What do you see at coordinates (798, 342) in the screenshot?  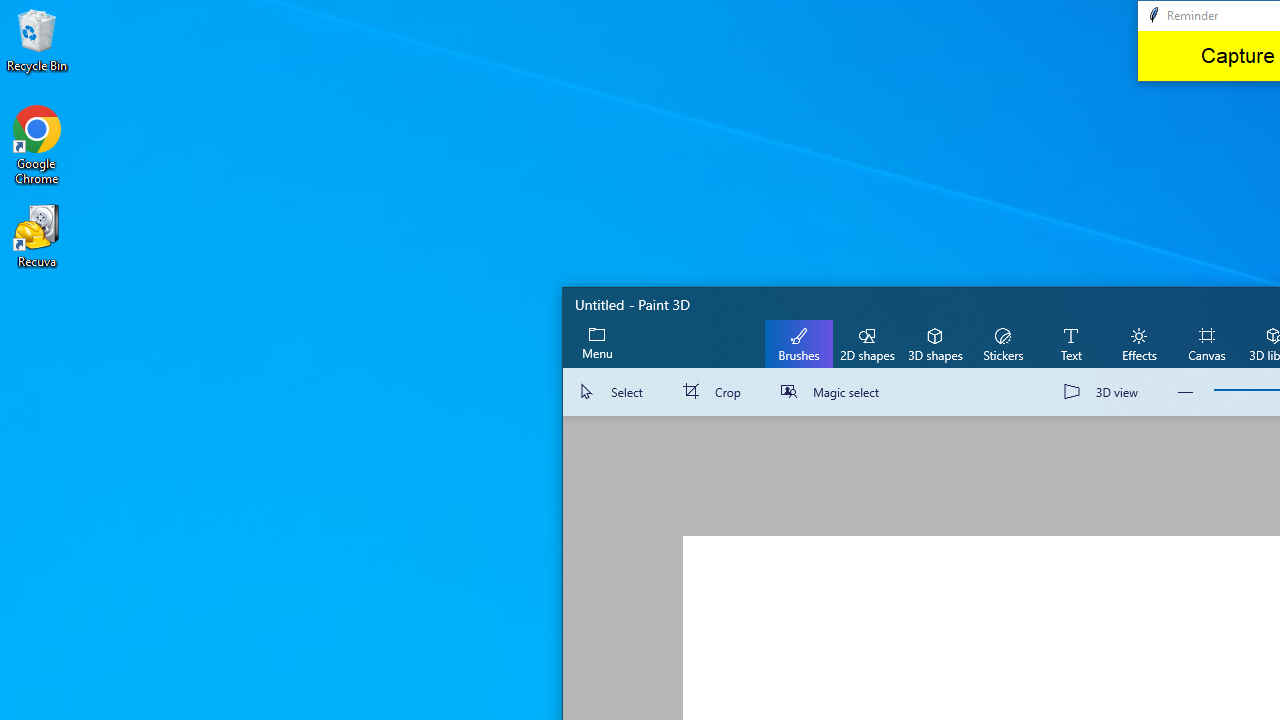 I see `'Brushes'` at bounding box center [798, 342].